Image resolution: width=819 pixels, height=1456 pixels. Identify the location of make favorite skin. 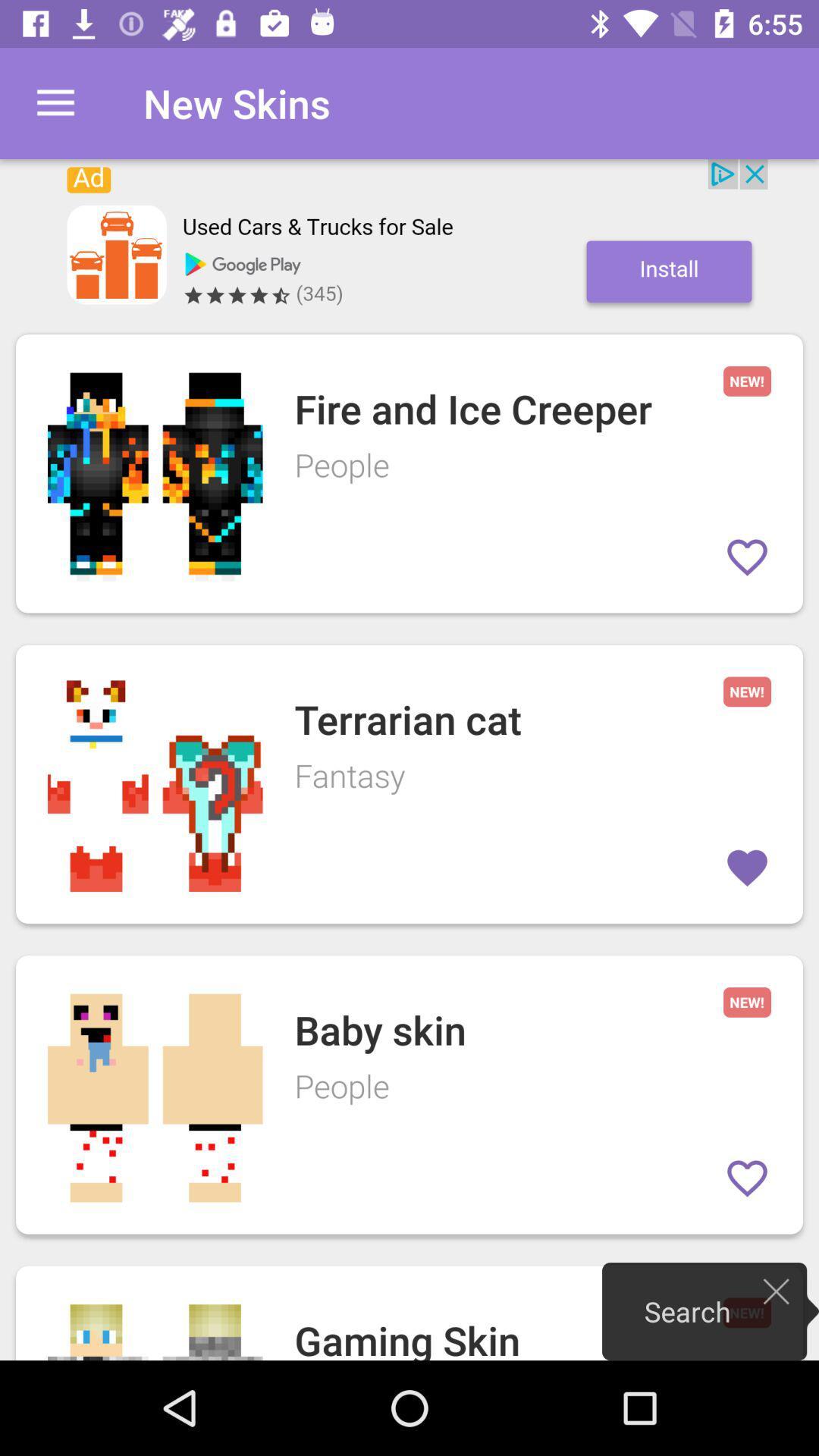
(746, 556).